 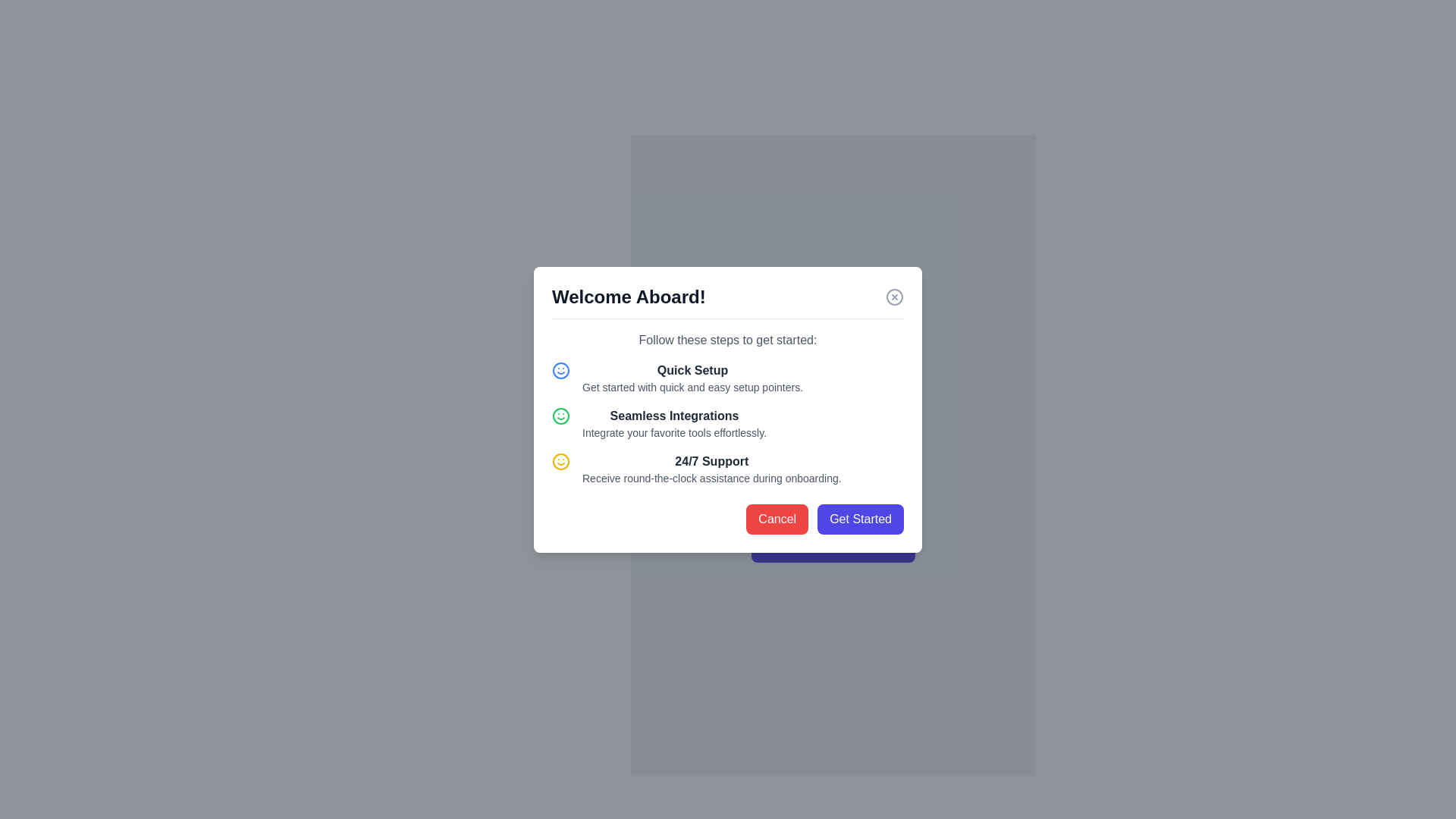 I want to click on the descriptions or icons in the informational list section located within the centered pop-up modal, positioned under the 'Follow these steps to get started:' text, so click(x=728, y=423).